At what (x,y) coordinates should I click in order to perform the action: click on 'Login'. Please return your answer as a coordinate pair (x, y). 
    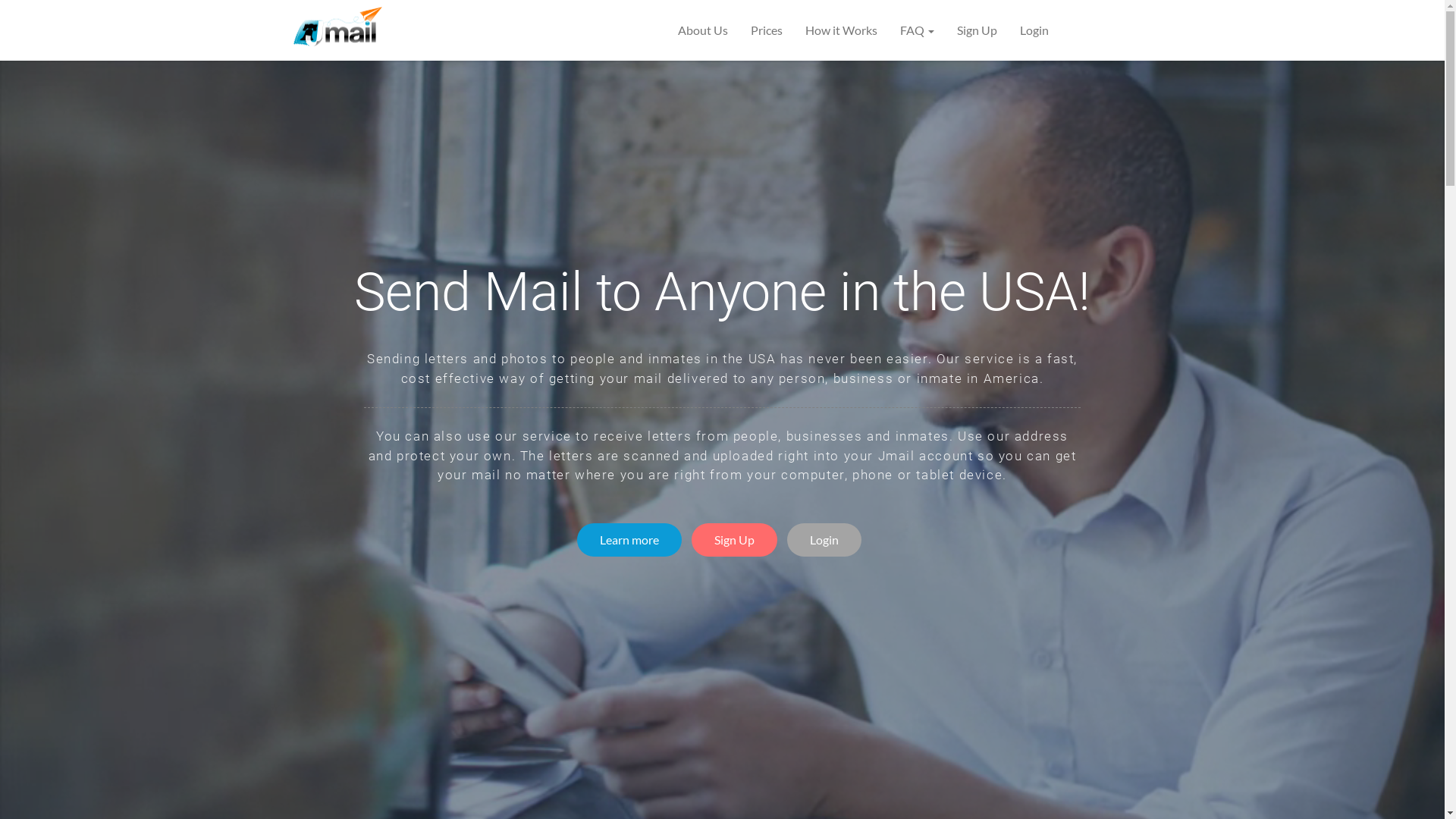
    Looking at the image, I should click on (1033, 30).